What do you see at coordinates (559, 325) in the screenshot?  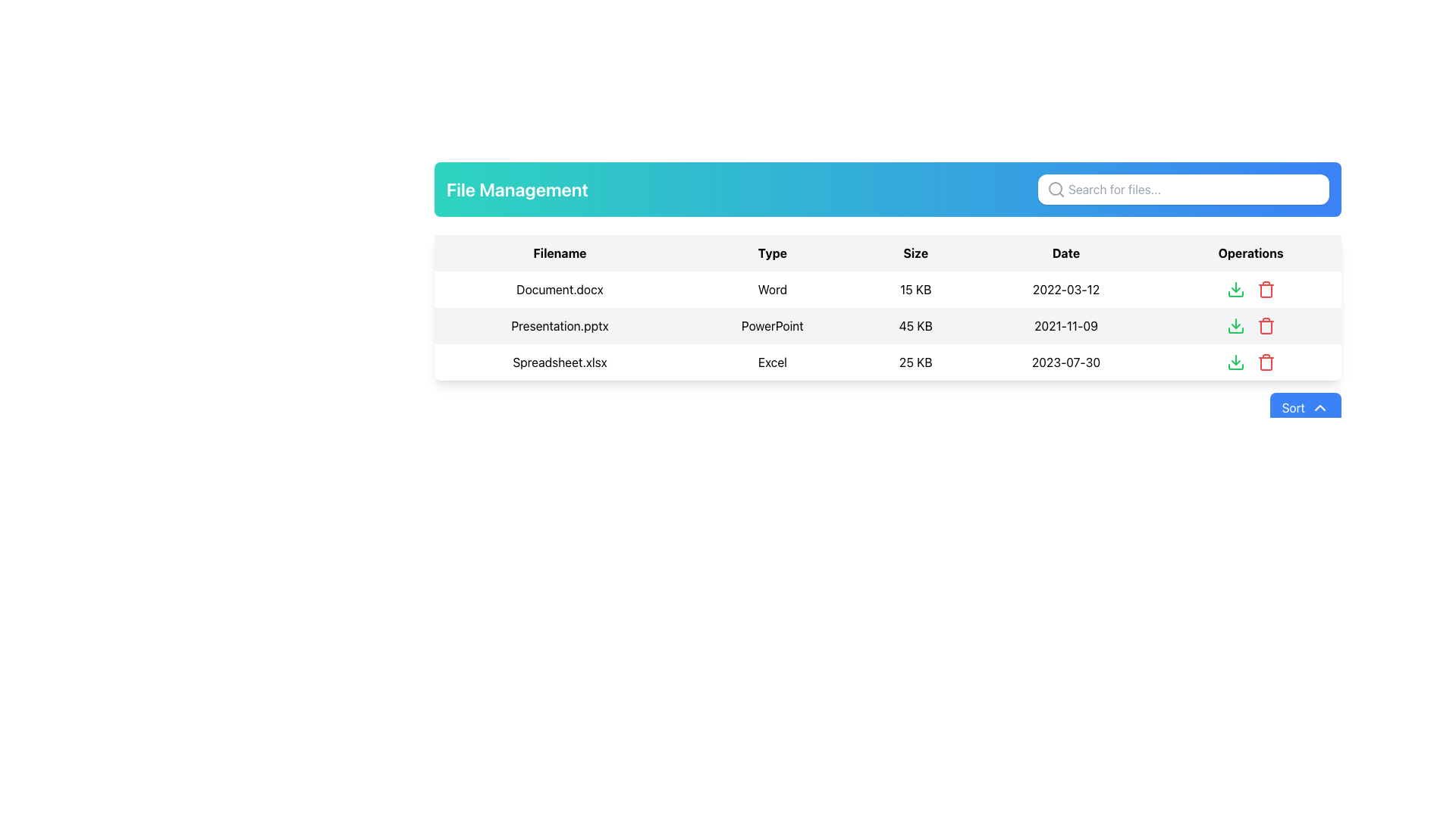 I see `the filename text 'Presentation.pptx' located in the second row under the 'Filename' column of the file management interface` at bounding box center [559, 325].